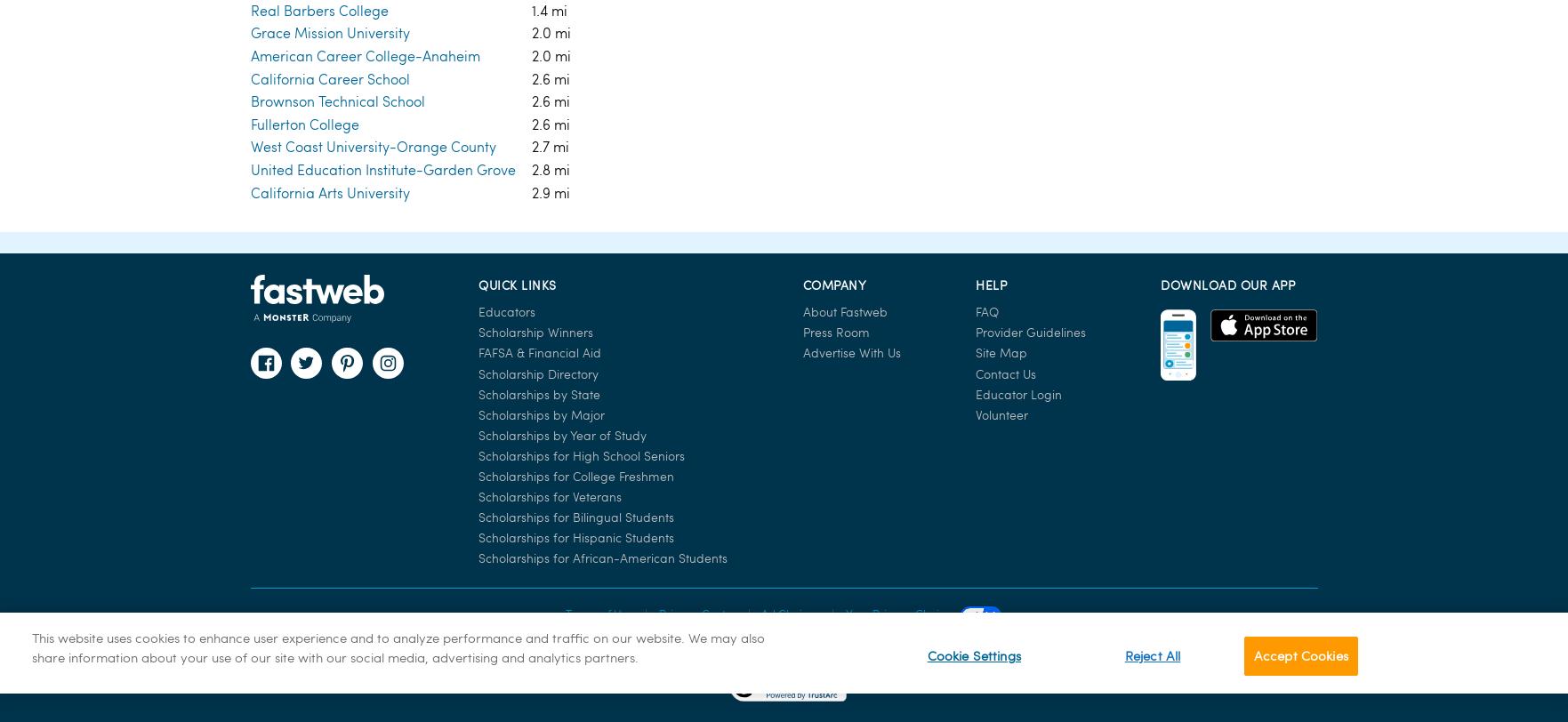 Image resolution: width=1568 pixels, height=722 pixels. Describe the element at coordinates (576, 156) in the screenshot. I see `'Scholarships for Bilingual Students'` at that location.